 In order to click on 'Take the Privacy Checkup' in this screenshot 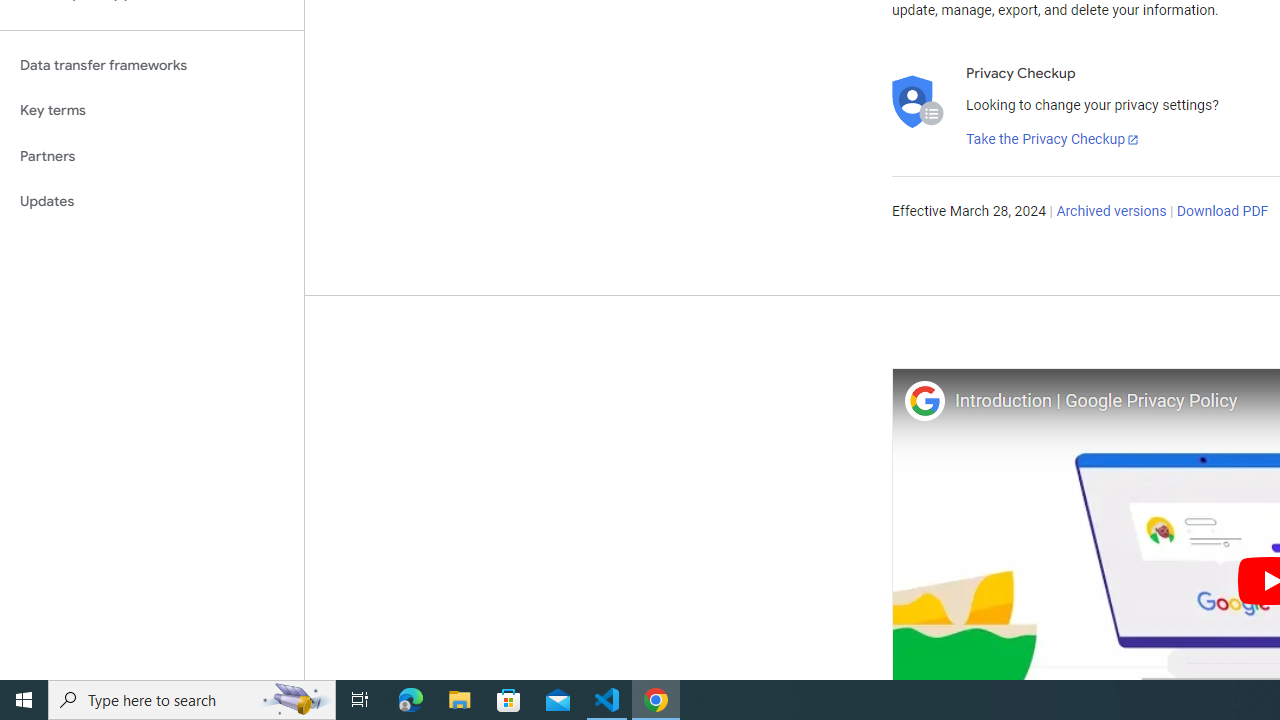, I will do `click(1052, 139)`.